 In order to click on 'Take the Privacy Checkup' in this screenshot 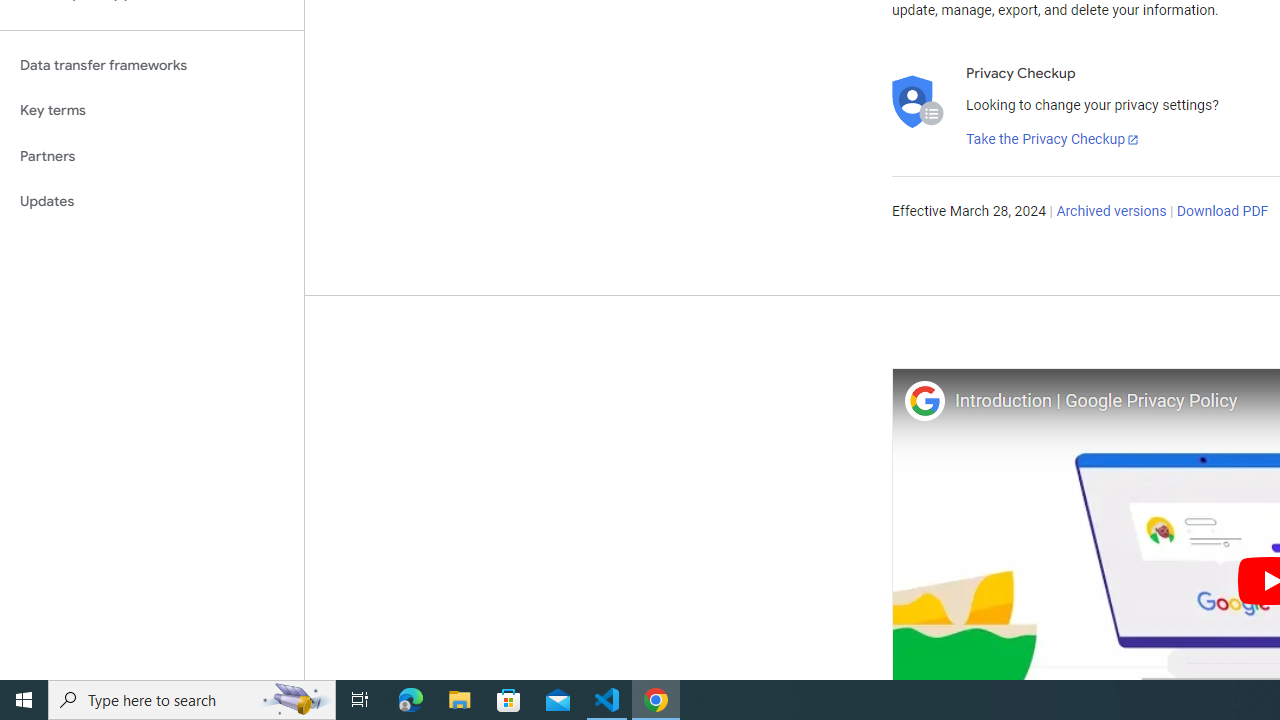, I will do `click(1052, 139)`.